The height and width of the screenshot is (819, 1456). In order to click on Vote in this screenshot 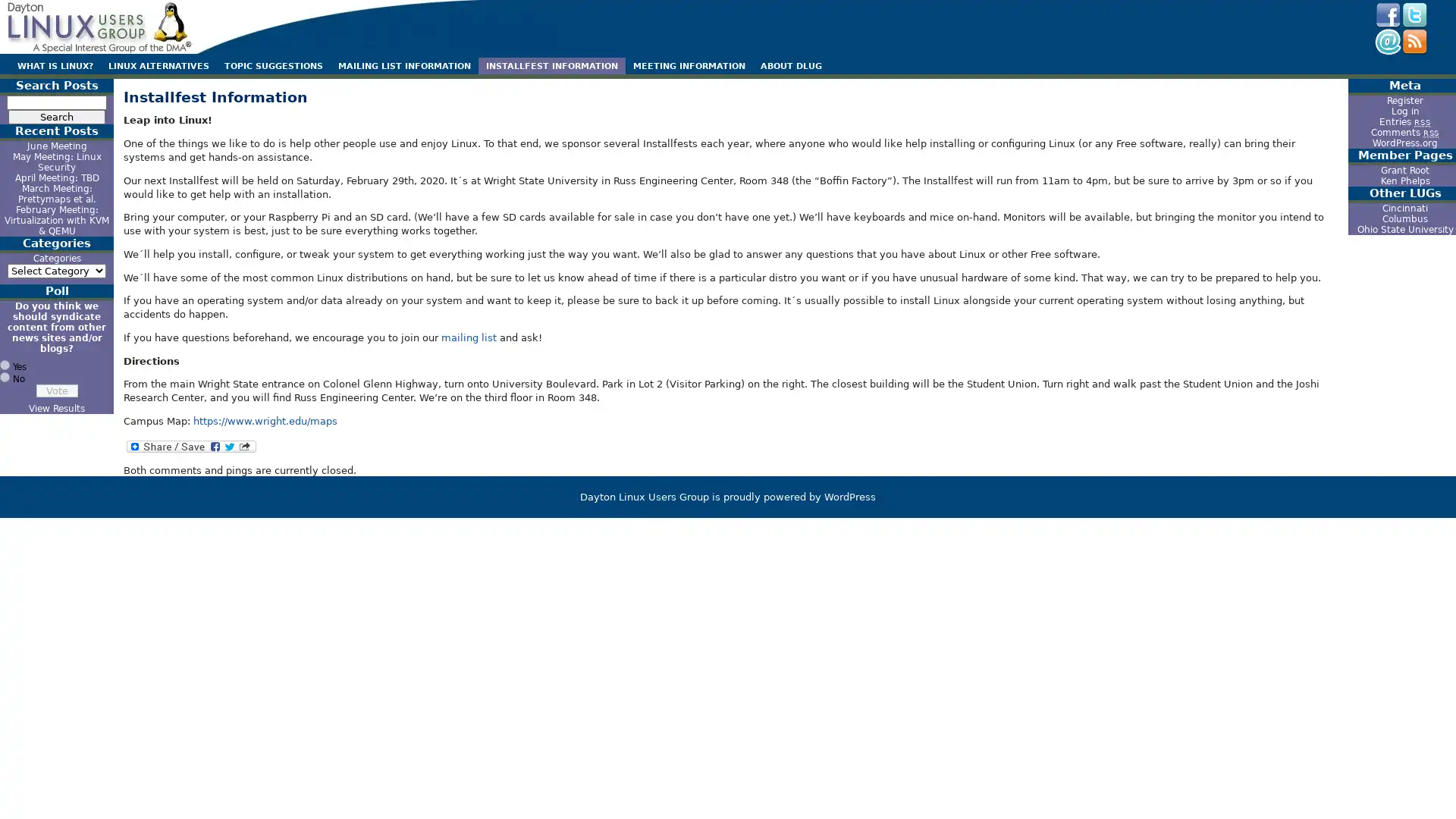, I will do `click(56, 390)`.